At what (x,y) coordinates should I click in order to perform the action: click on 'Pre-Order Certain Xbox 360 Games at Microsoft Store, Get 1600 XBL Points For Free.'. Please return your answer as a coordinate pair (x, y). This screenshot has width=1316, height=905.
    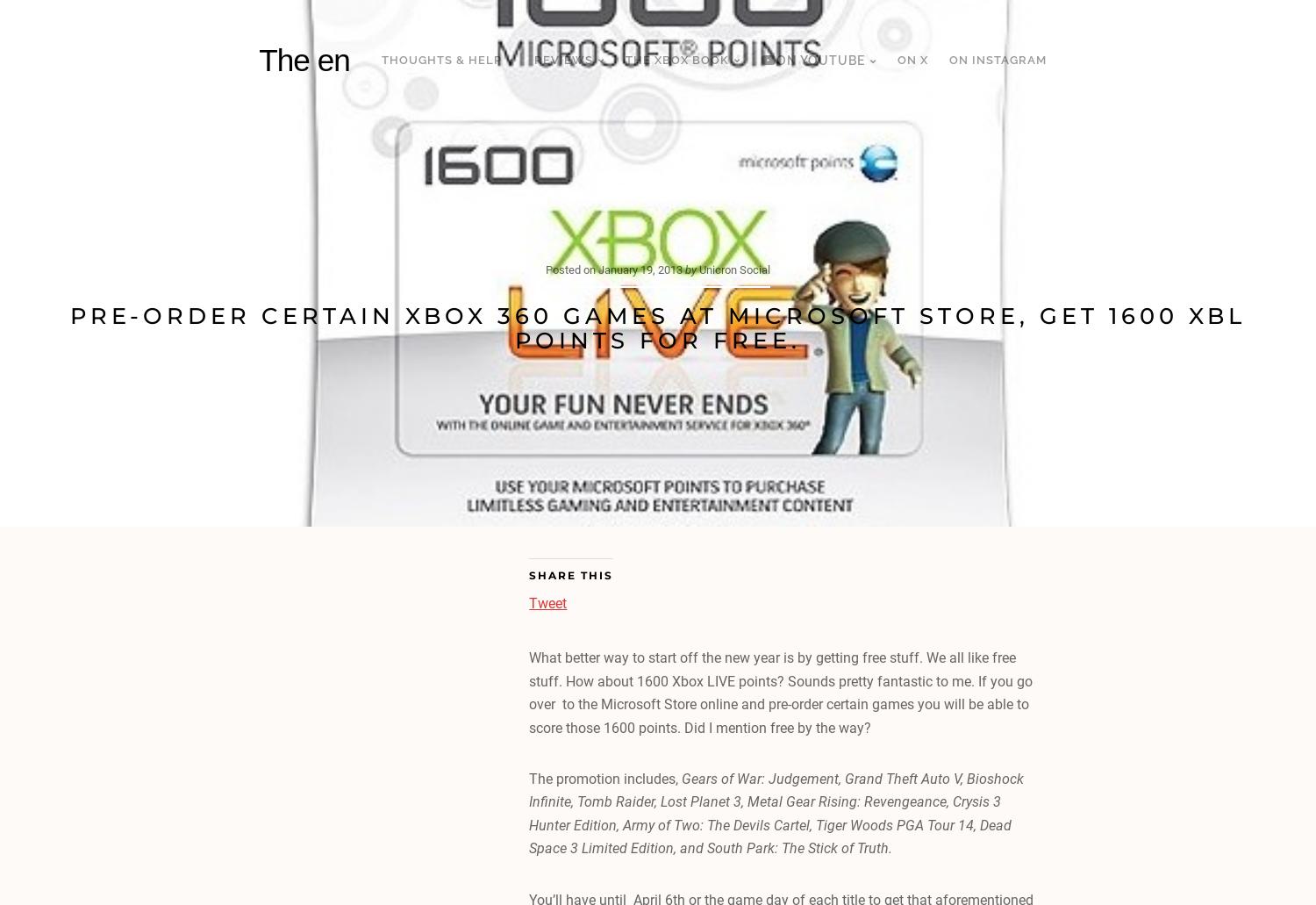
    Looking at the image, I should click on (658, 327).